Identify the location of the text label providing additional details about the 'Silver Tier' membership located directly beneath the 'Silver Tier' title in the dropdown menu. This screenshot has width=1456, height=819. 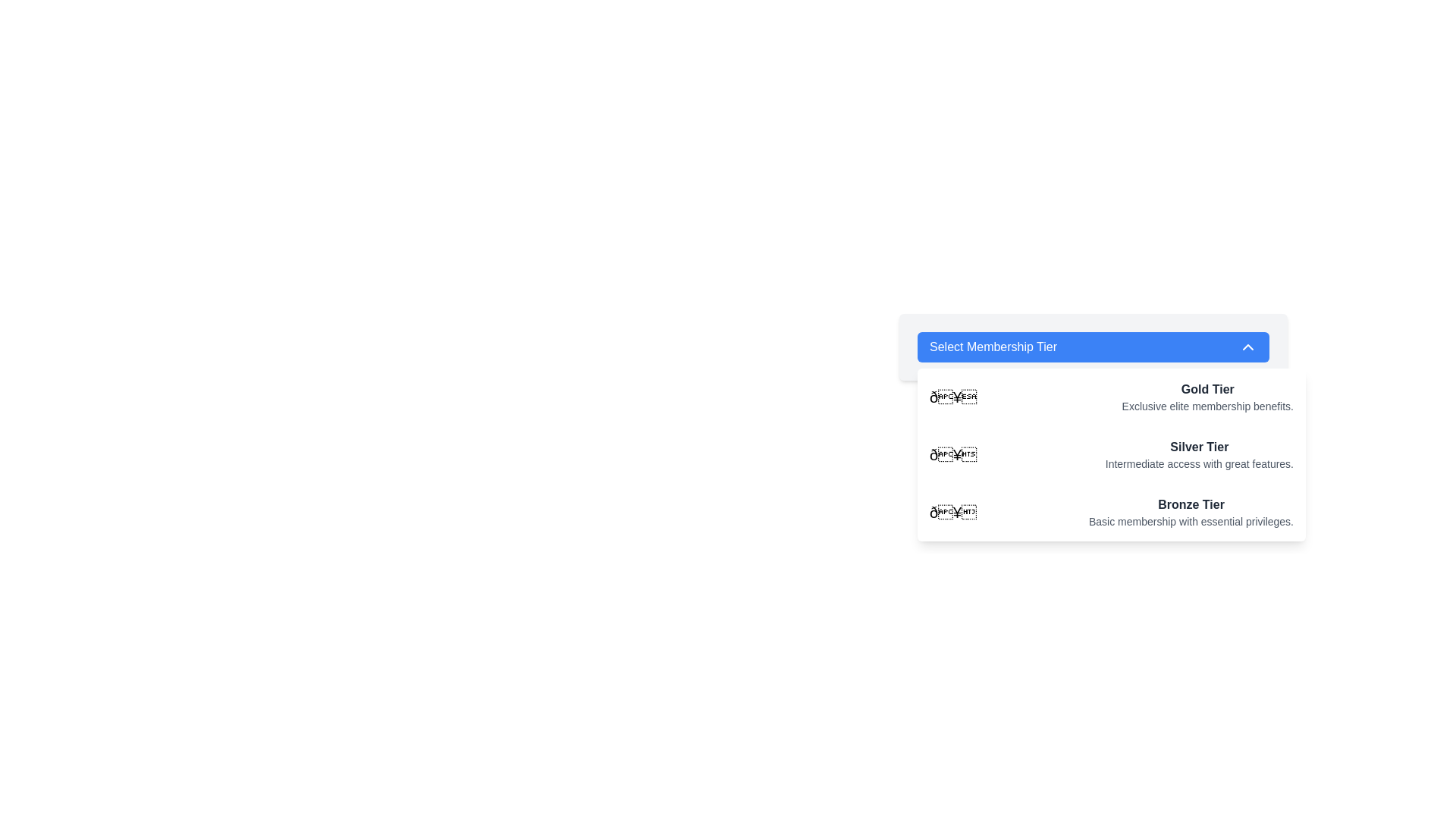
(1198, 463).